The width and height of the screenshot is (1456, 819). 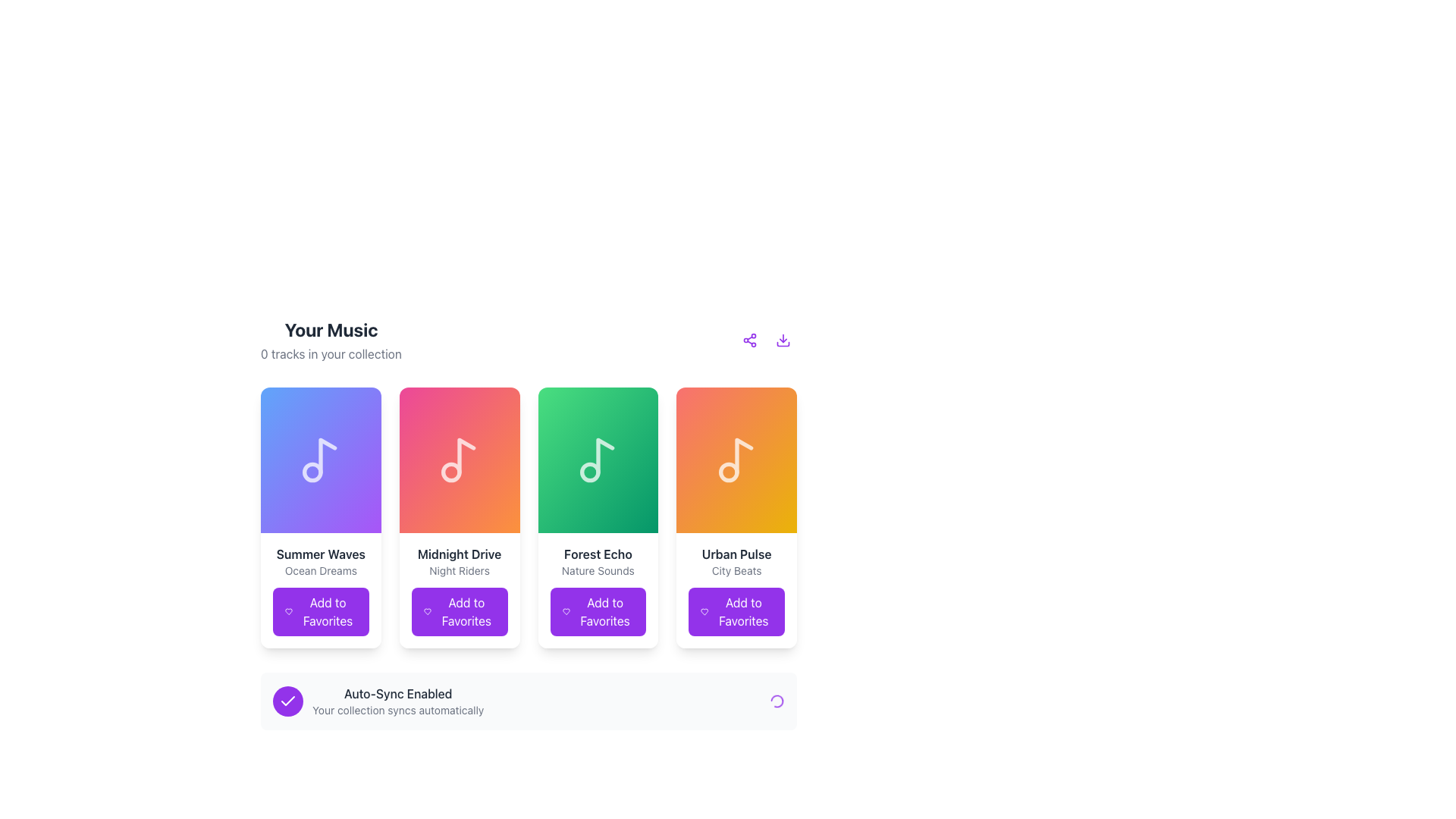 What do you see at coordinates (330, 353) in the screenshot?
I see `the static text displaying '0 tracks in your collection', which is located directly underneath the 'Your Music' heading` at bounding box center [330, 353].